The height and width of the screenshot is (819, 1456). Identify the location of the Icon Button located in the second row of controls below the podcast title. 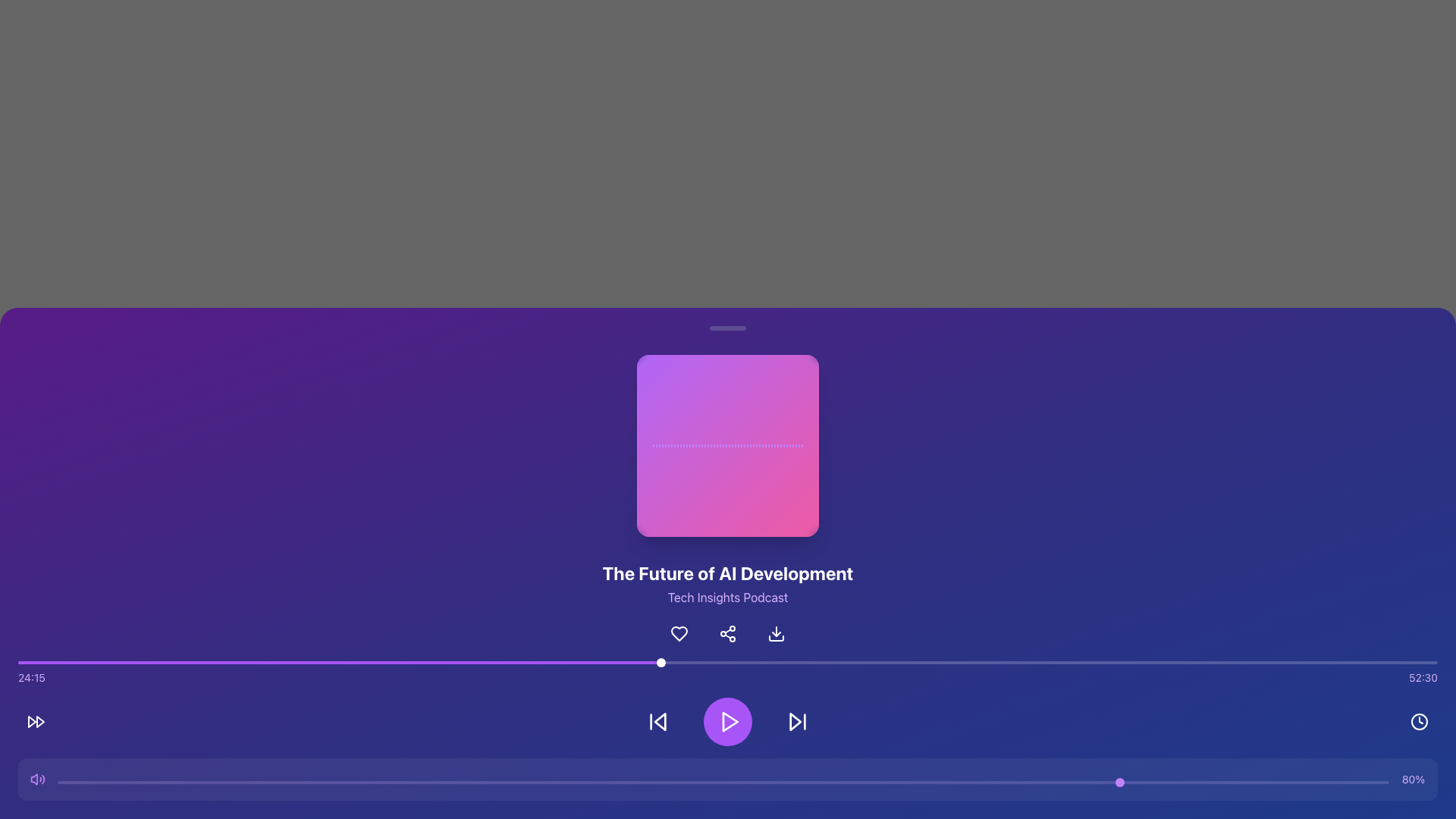
(679, 634).